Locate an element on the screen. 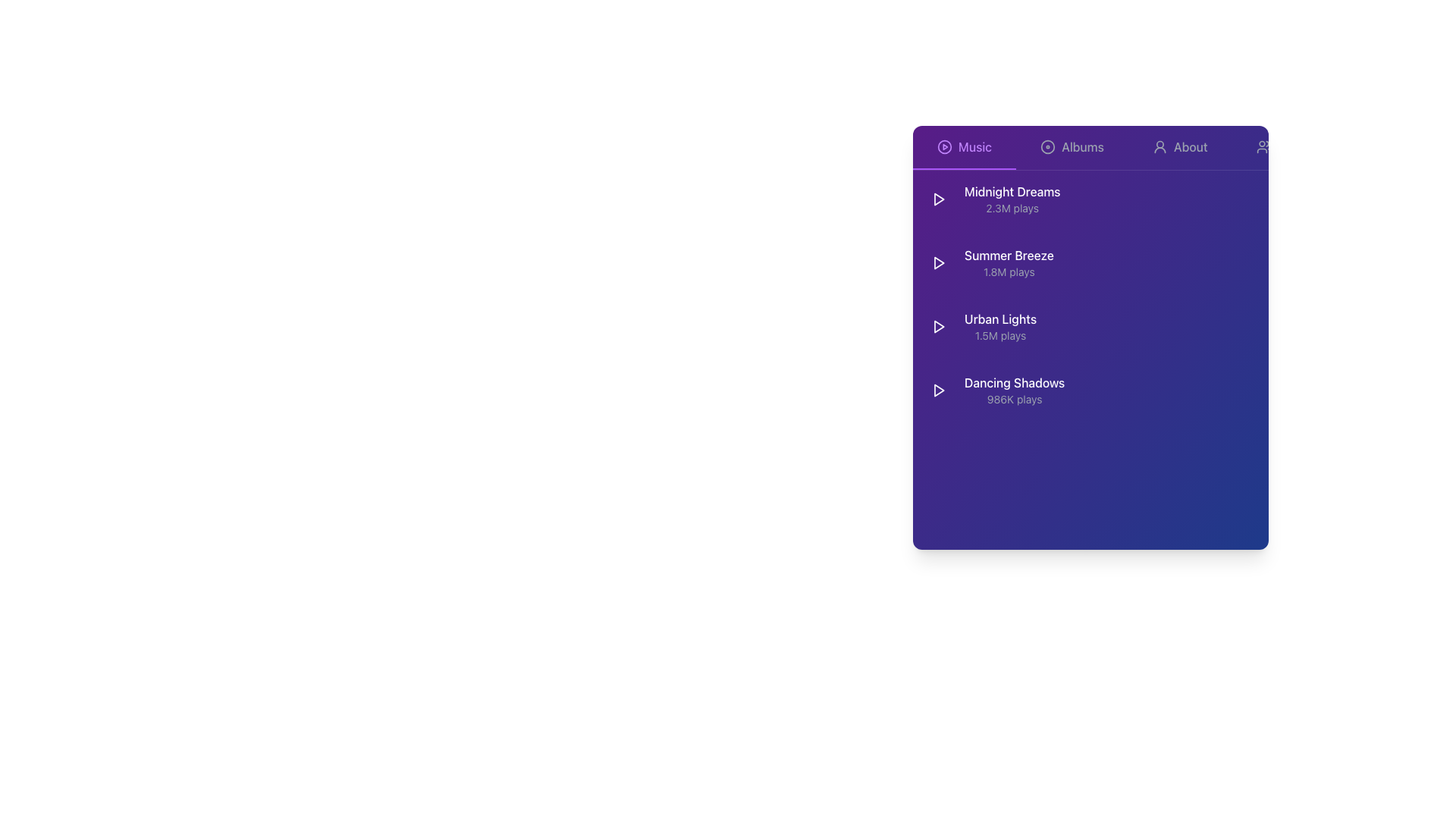 The height and width of the screenshot is (819, 1456). the play button on the second list item labeled 'Summer Breeze' in the music playlist interface is located at coordinates (1090, 262).